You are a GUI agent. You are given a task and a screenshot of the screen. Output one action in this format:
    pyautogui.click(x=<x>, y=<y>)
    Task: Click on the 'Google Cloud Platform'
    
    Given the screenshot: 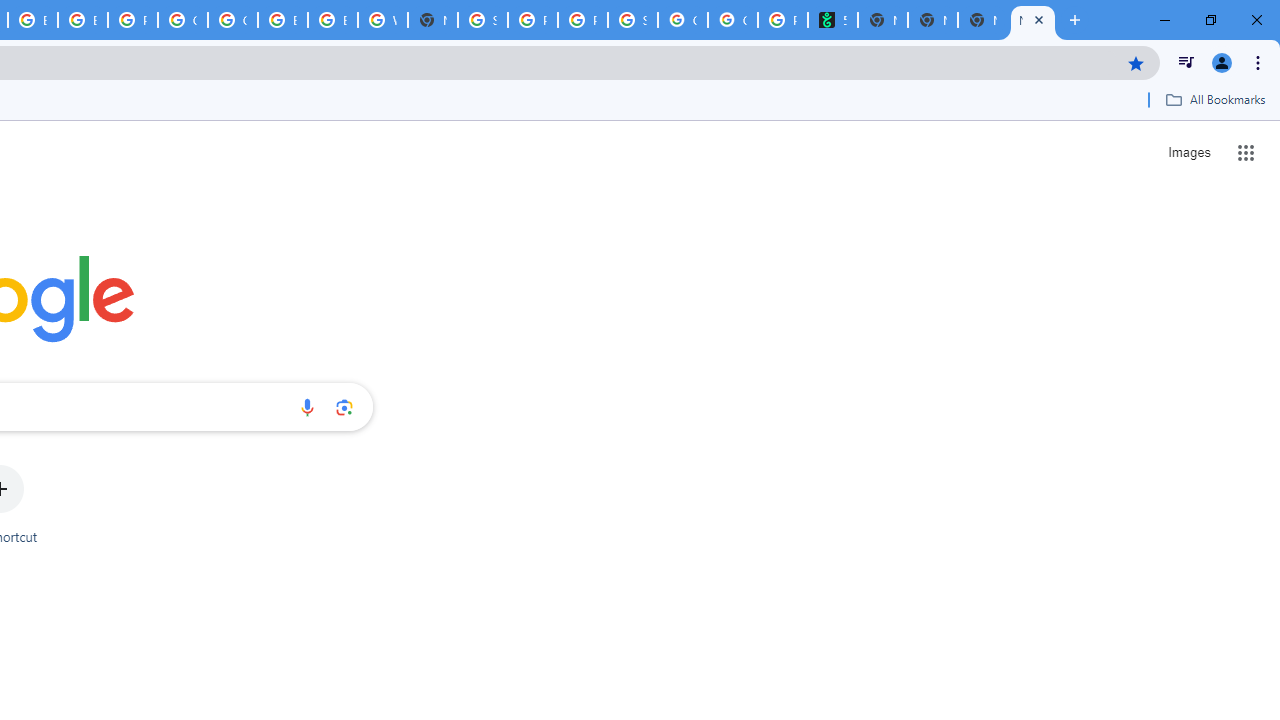 What is the action you would take?
    pyautogui.click(x=232, y=20)
    